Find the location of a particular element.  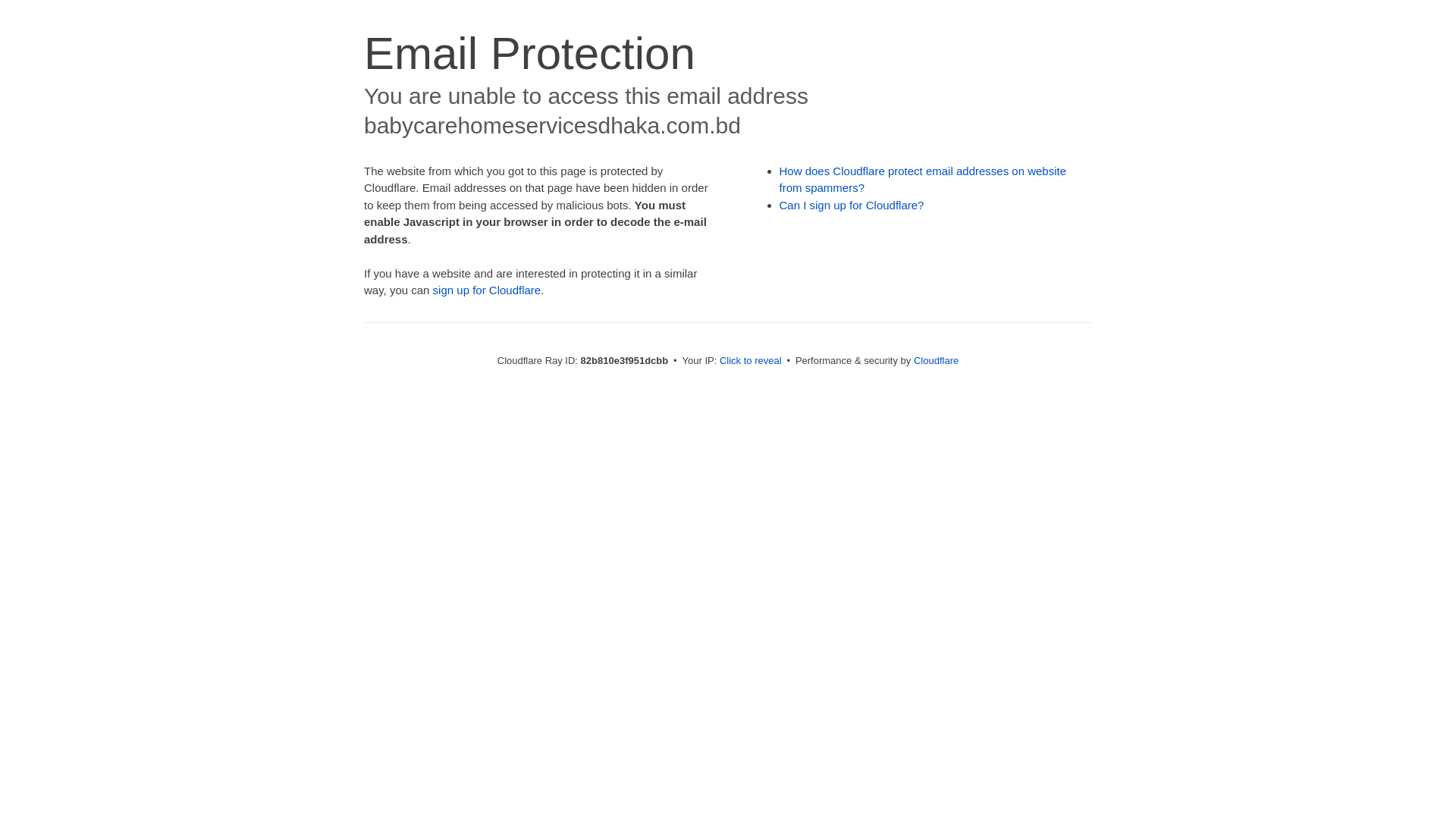

'Click to reveal' is located at coordinates (719, 360).